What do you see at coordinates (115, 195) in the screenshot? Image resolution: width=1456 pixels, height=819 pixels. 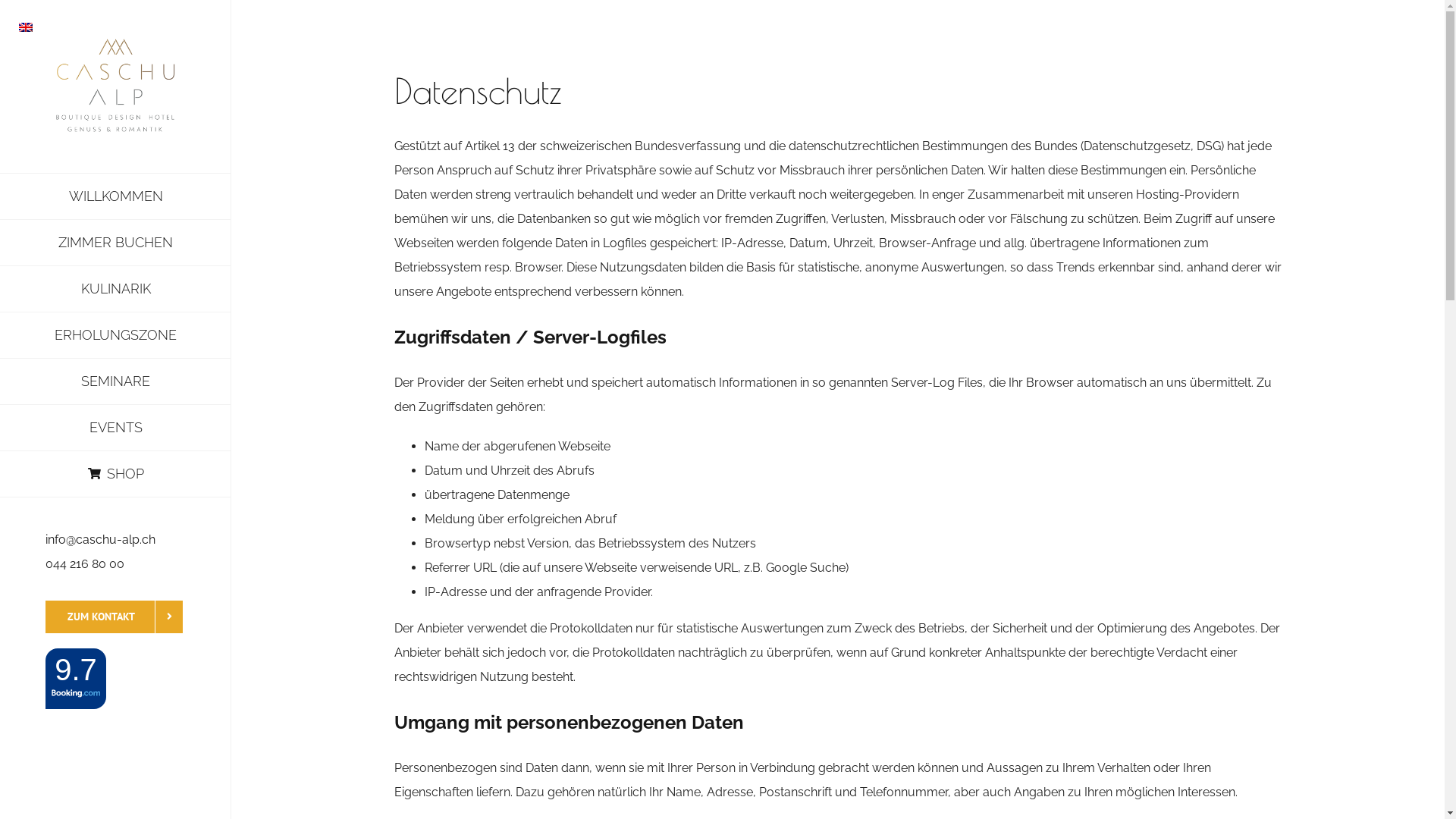 I see `'WILLKOMMEN'` at bounding box center [115, 195].